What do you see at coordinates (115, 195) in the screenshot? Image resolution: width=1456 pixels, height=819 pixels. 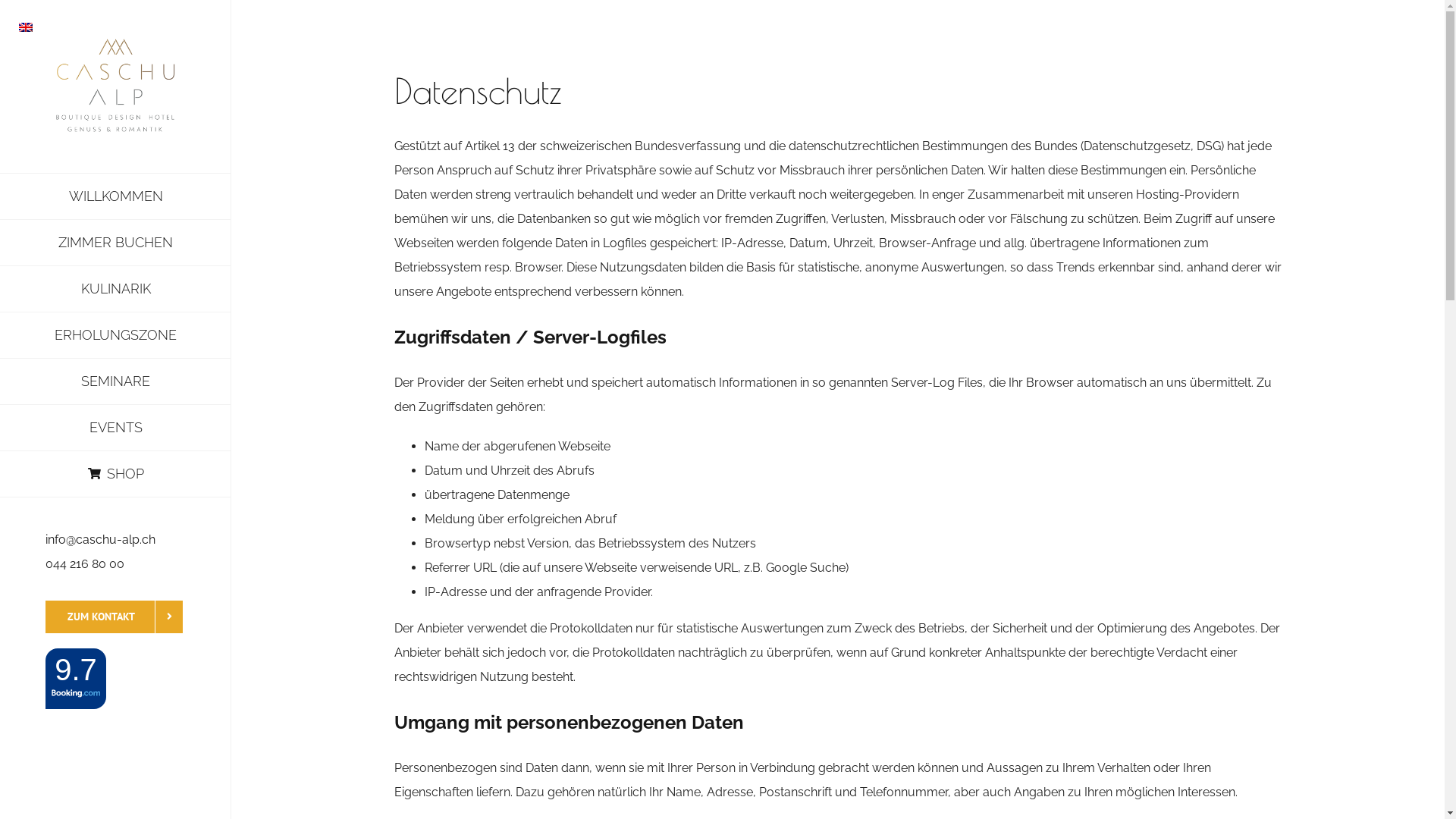 I see `'WILLKOMMEN'` at bounding box center [115, 195].